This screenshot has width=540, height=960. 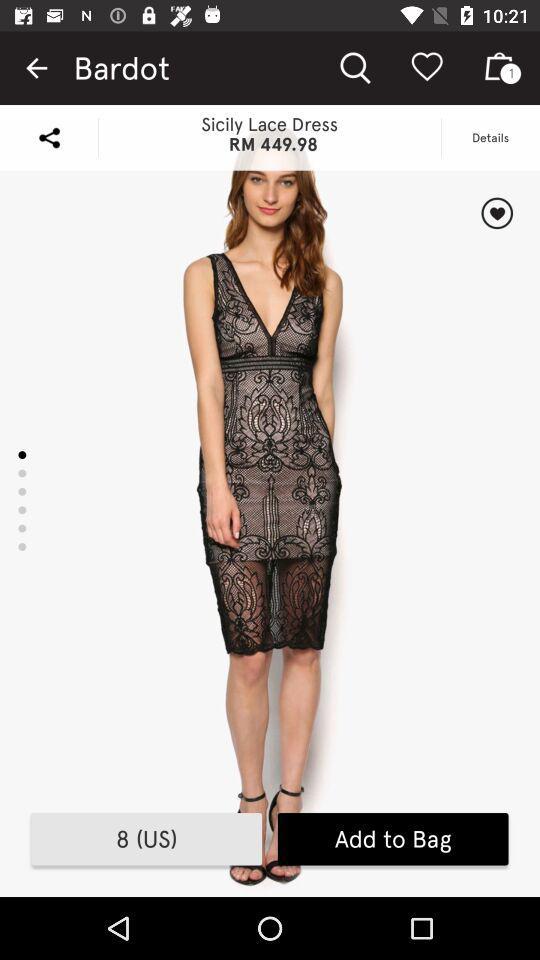 I want to click on the icon next to the 8 (us), so click(x=393, y=839).